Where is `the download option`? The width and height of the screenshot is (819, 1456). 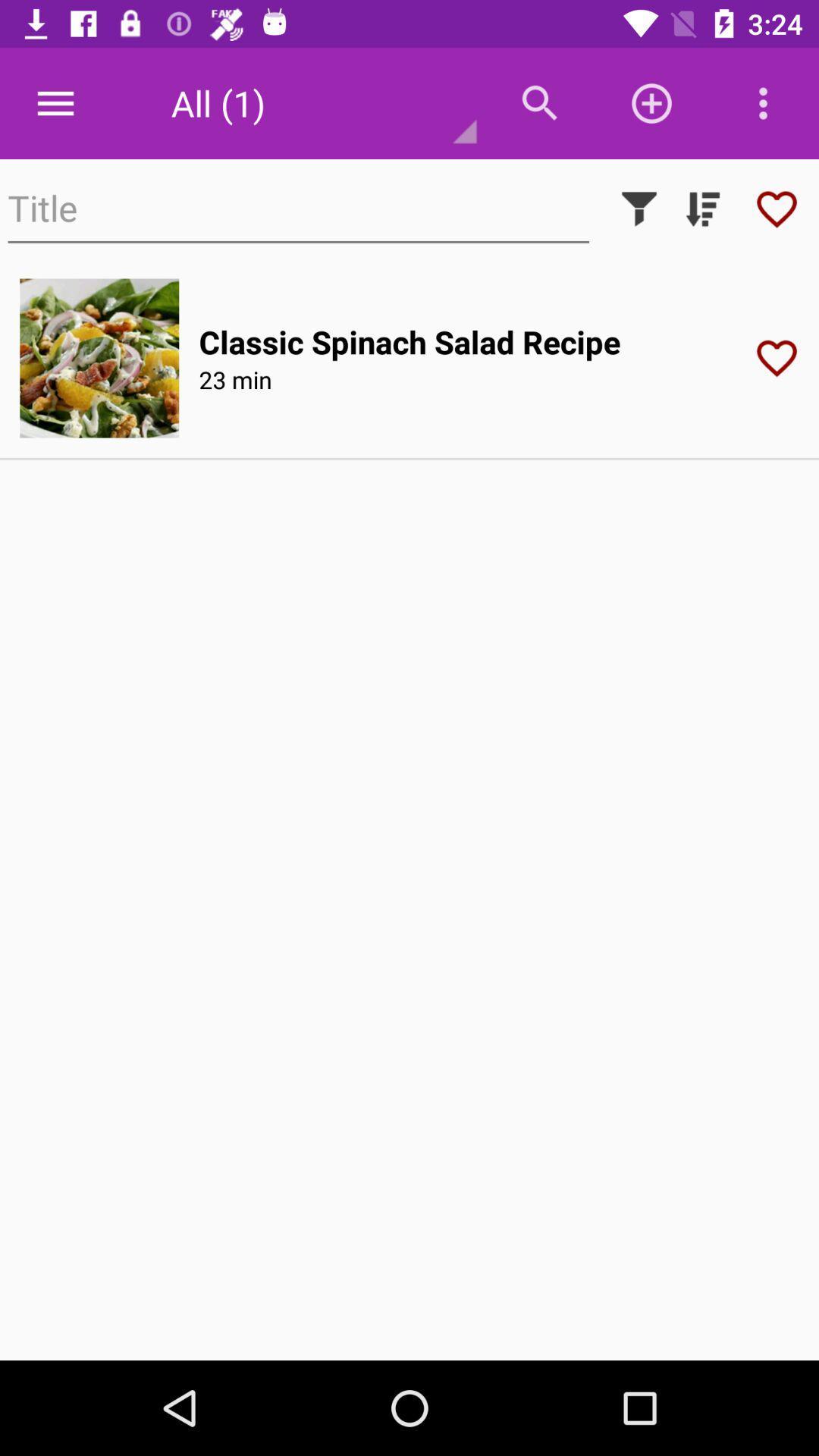 the download option is located at coordinates (702, 208).